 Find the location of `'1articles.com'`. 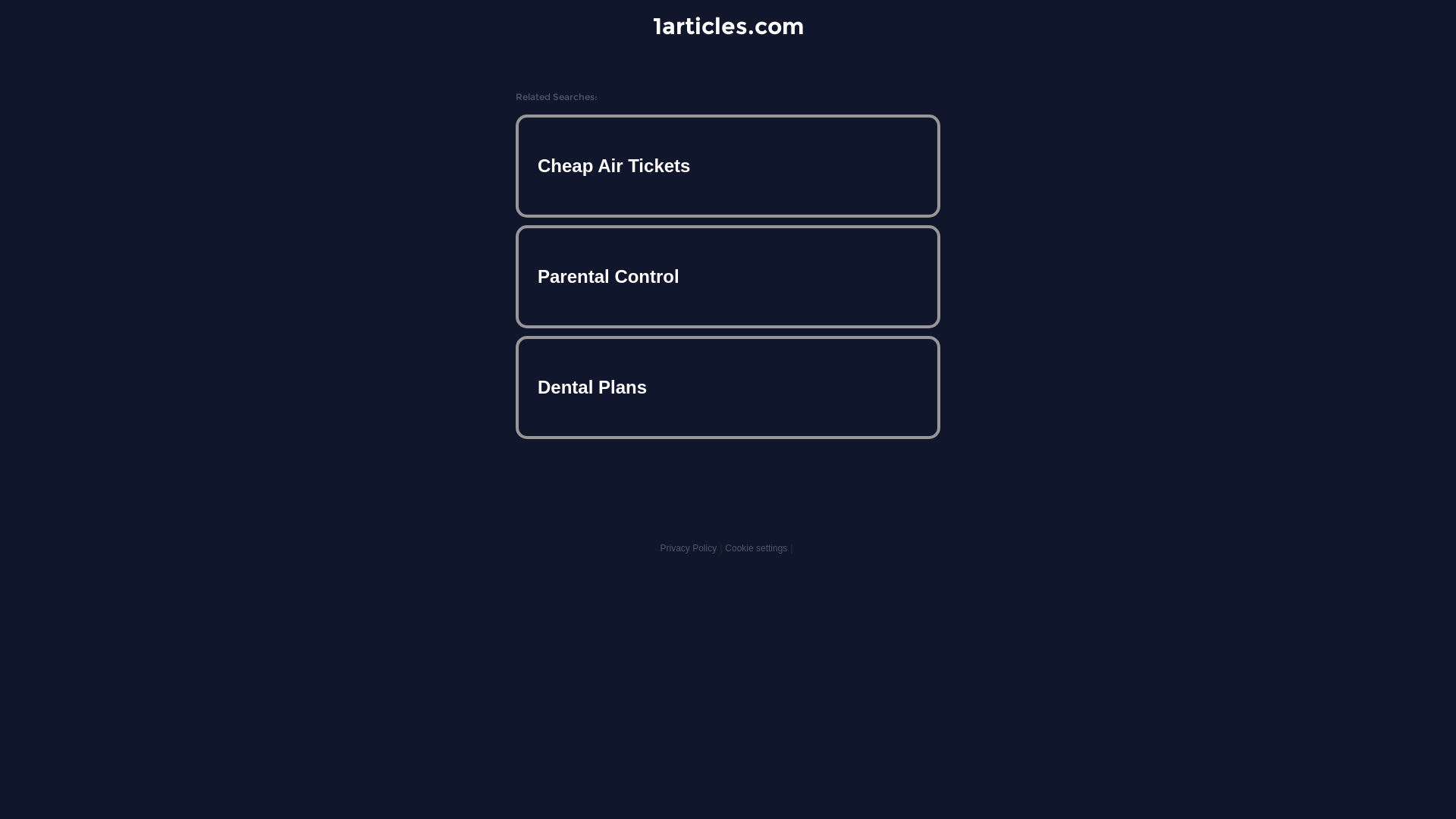

'1articles.com' is located at coordinates (726, 26).